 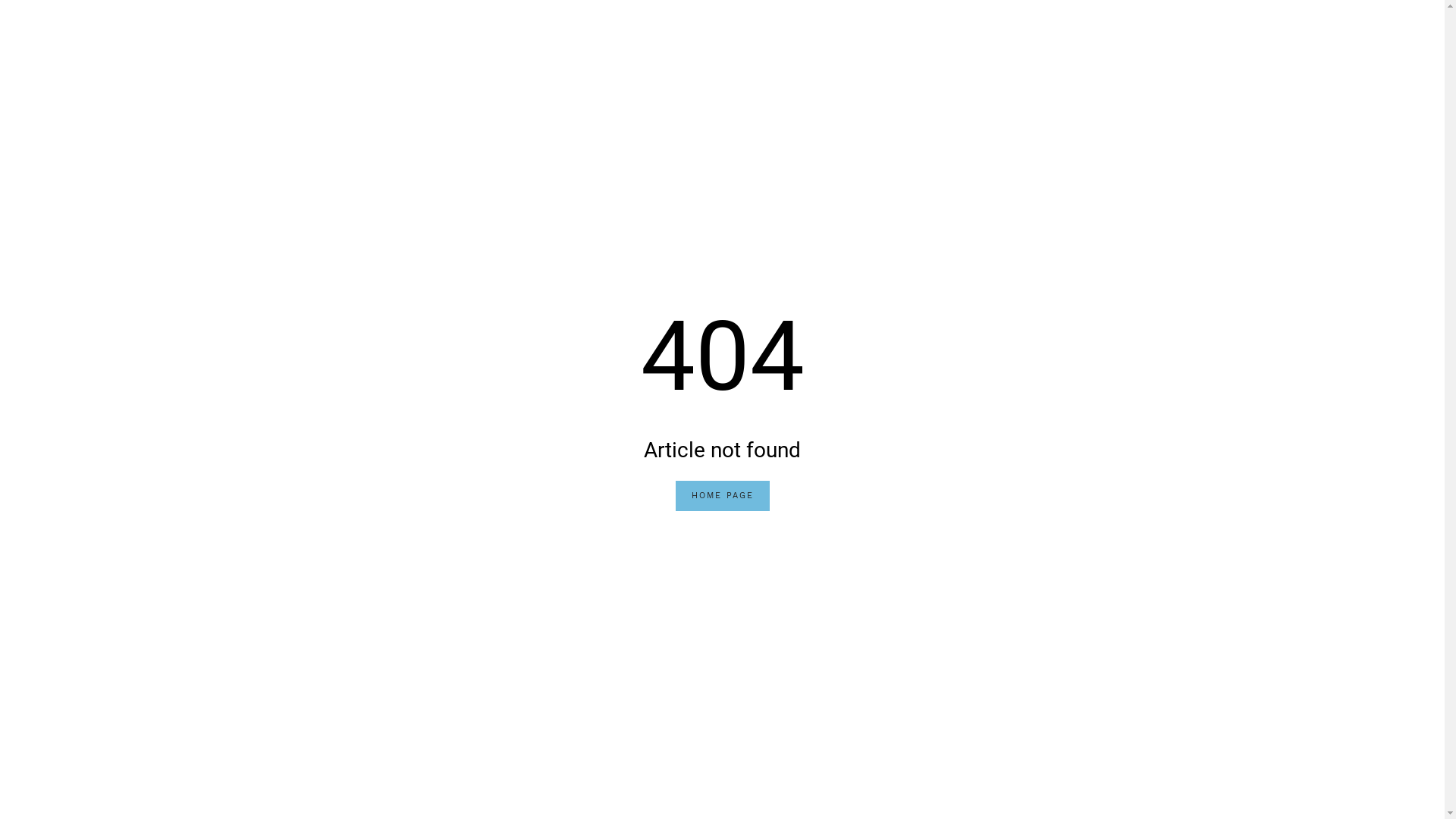 What do you see at coordinates (720, 496) in the screenshot?
I see `'HOME PAGE'` at bounding box center [720, 496].